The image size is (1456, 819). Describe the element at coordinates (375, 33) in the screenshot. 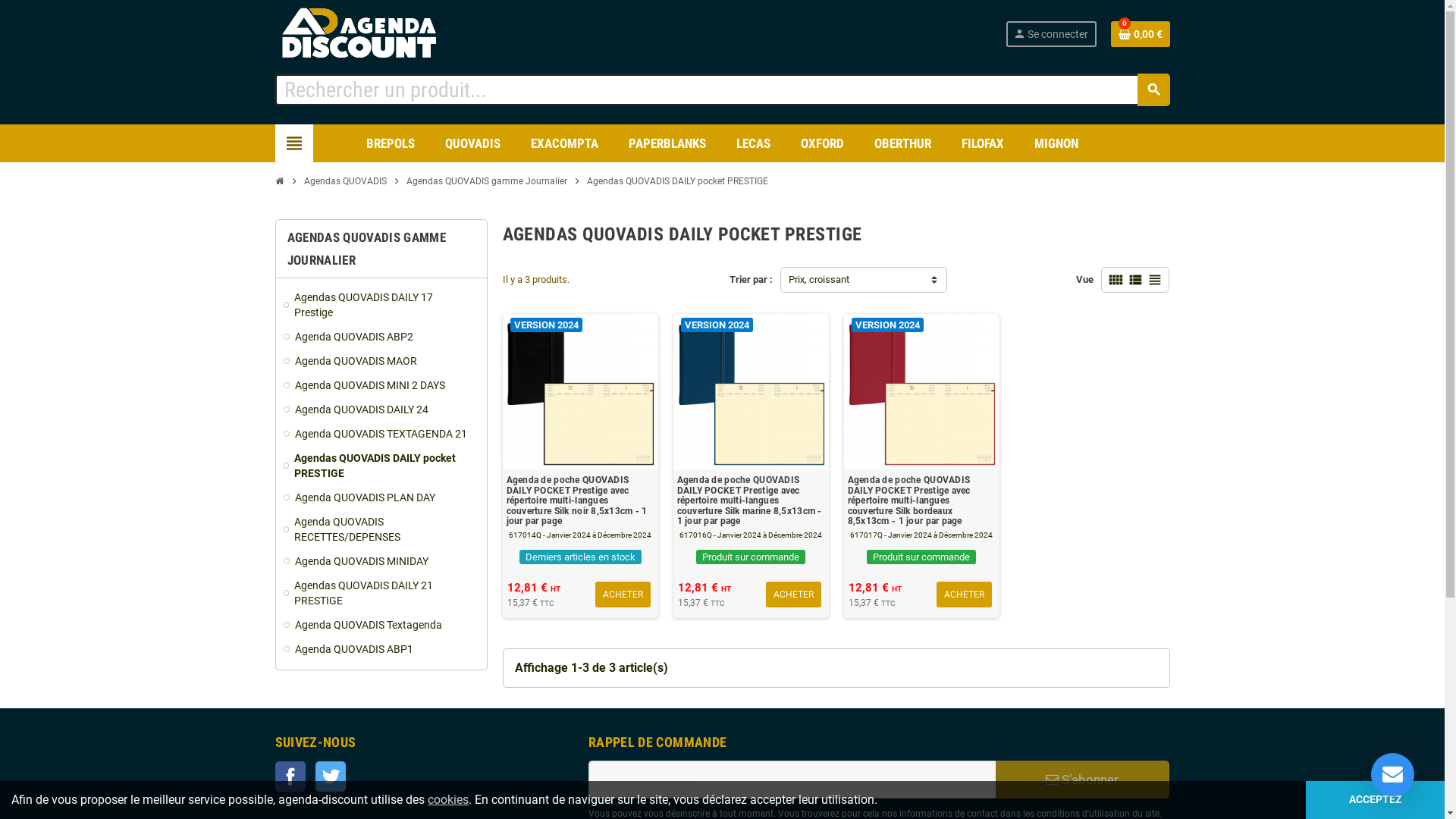

I see `'Agenda Discount semainiers et journaliers'` at that location.